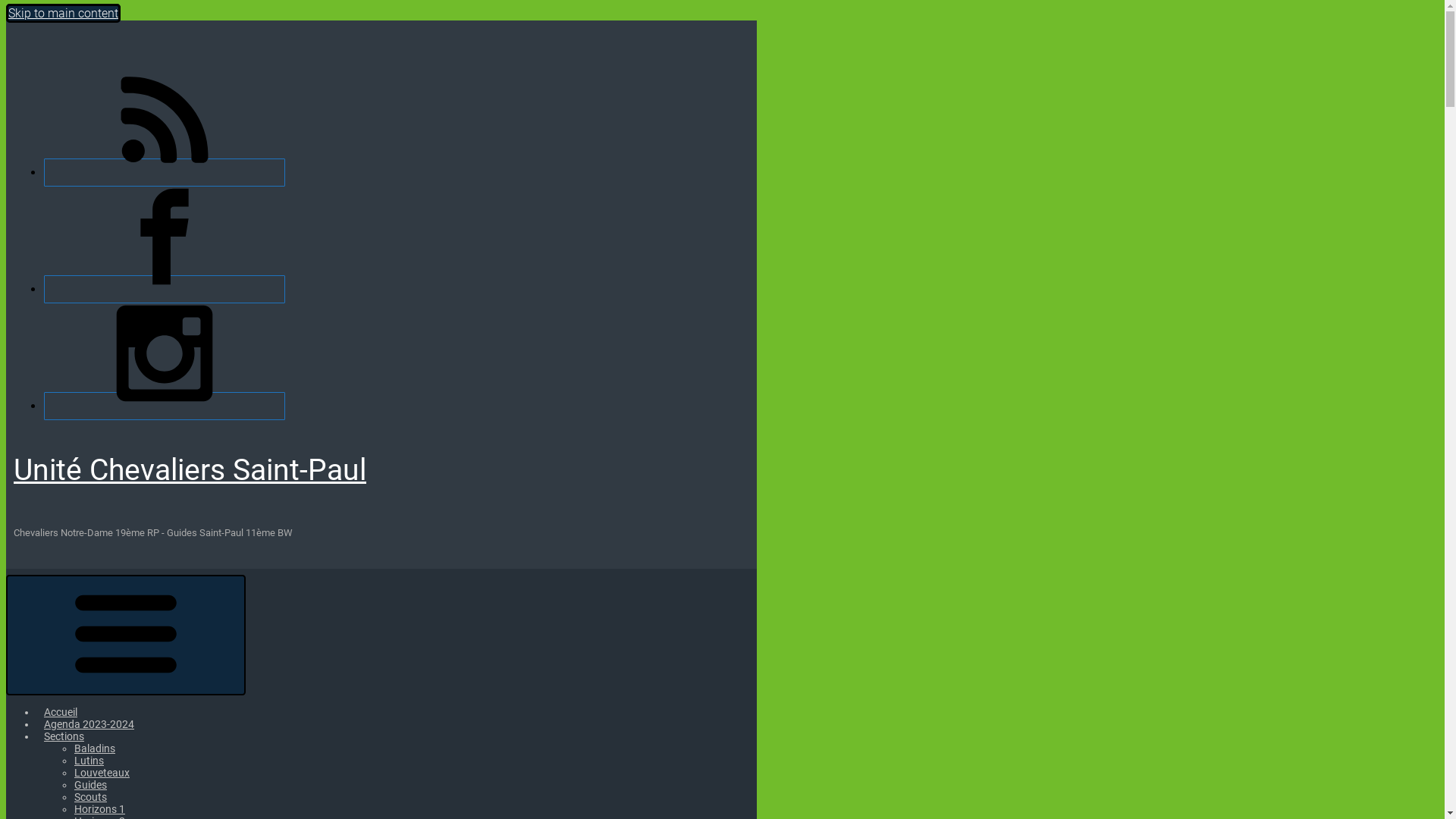 The width and height of the screenshot is (1456, 819). I want to click on 'Sections', so click(63, 736).